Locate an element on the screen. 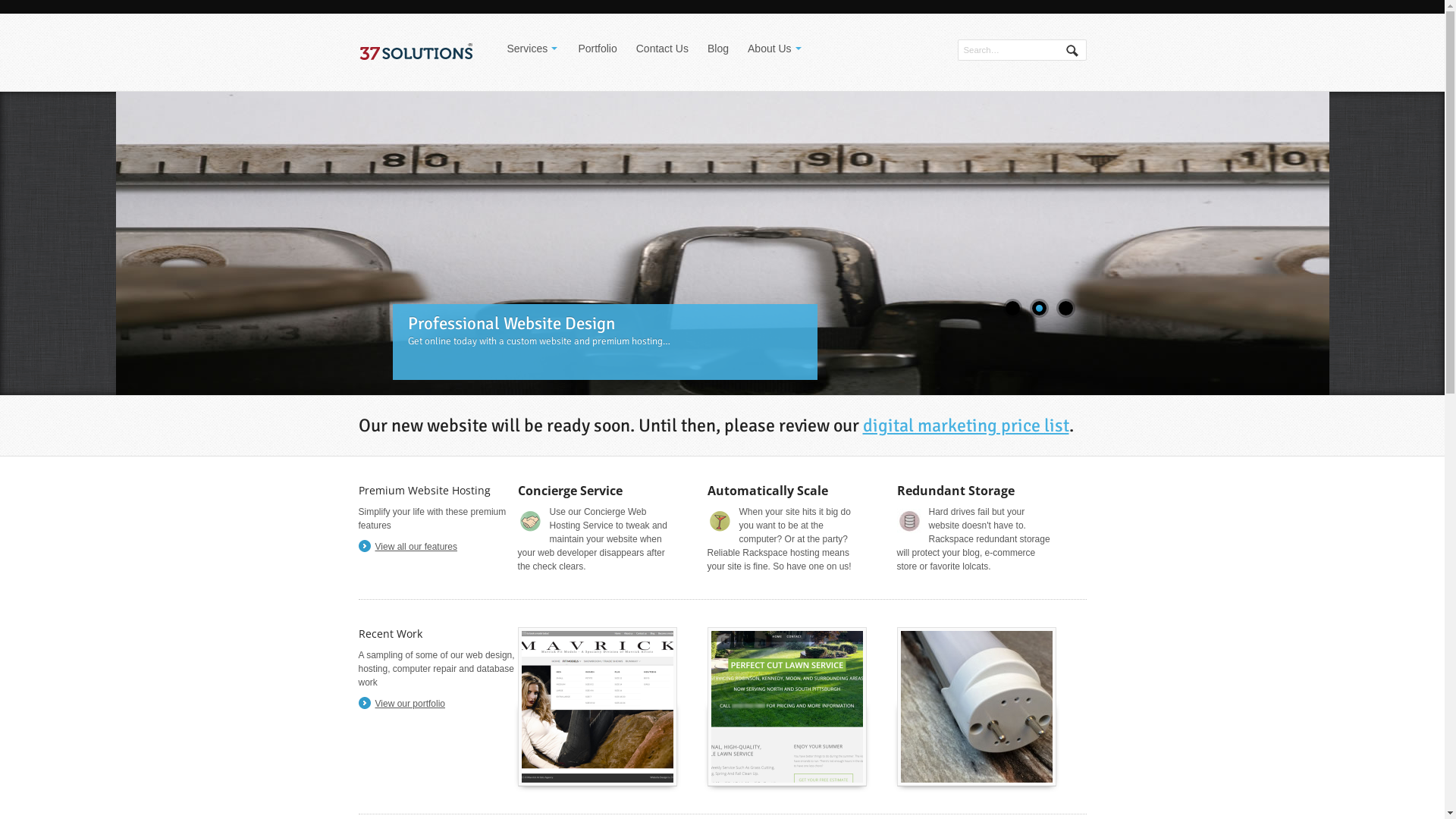 Image resolution: width=1456 pixels, height=819 pixels. '1' is located at coordinates (1012, 307).